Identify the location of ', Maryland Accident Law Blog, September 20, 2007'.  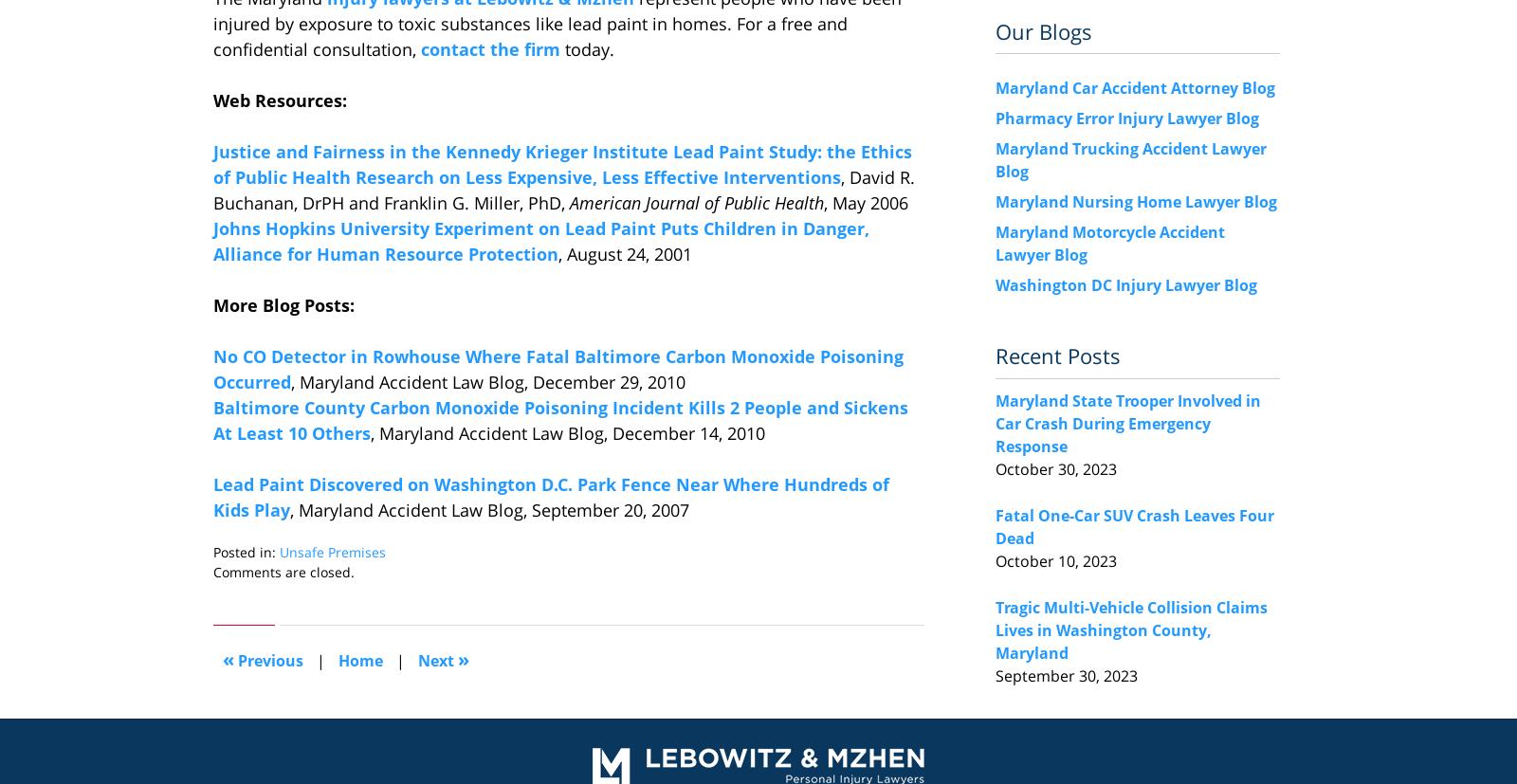
(488, 509).